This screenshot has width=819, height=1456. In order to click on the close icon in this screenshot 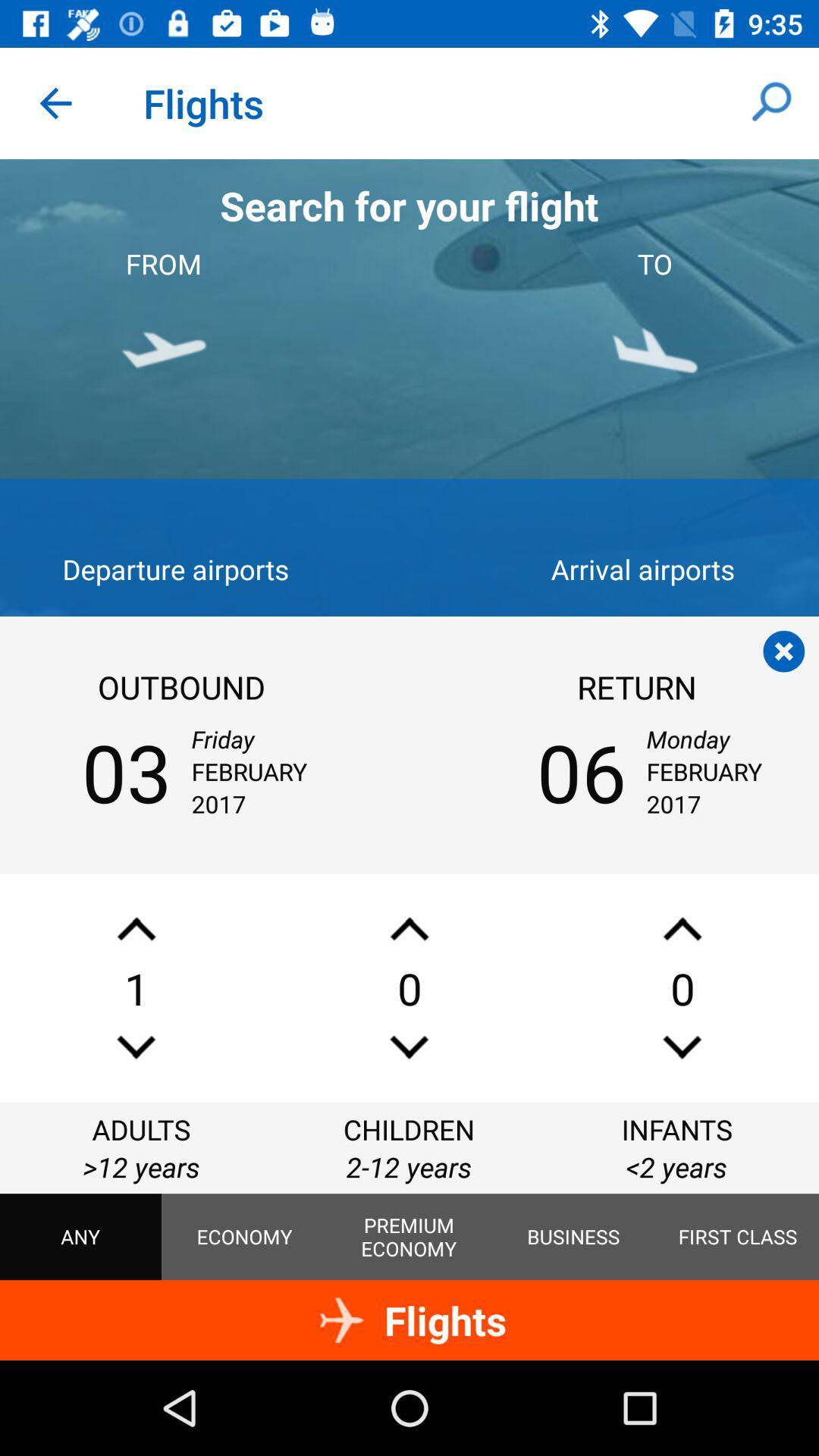, I will do `click(783, 651)`.